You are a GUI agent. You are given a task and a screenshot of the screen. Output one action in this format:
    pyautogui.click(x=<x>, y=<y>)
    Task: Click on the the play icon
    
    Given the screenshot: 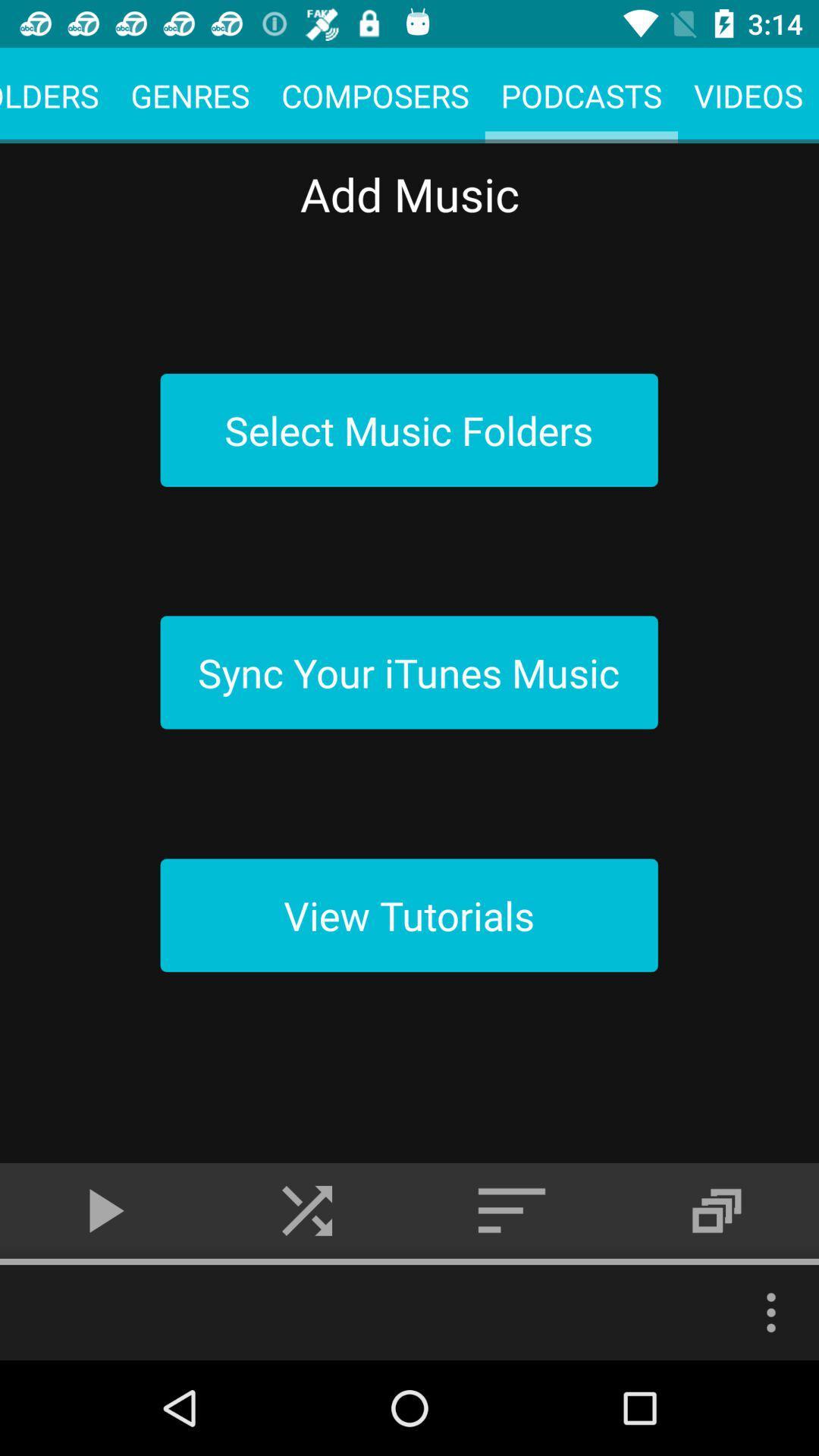 What is the action you would take?
    pyautogui.click(x=102, y=1210)
    